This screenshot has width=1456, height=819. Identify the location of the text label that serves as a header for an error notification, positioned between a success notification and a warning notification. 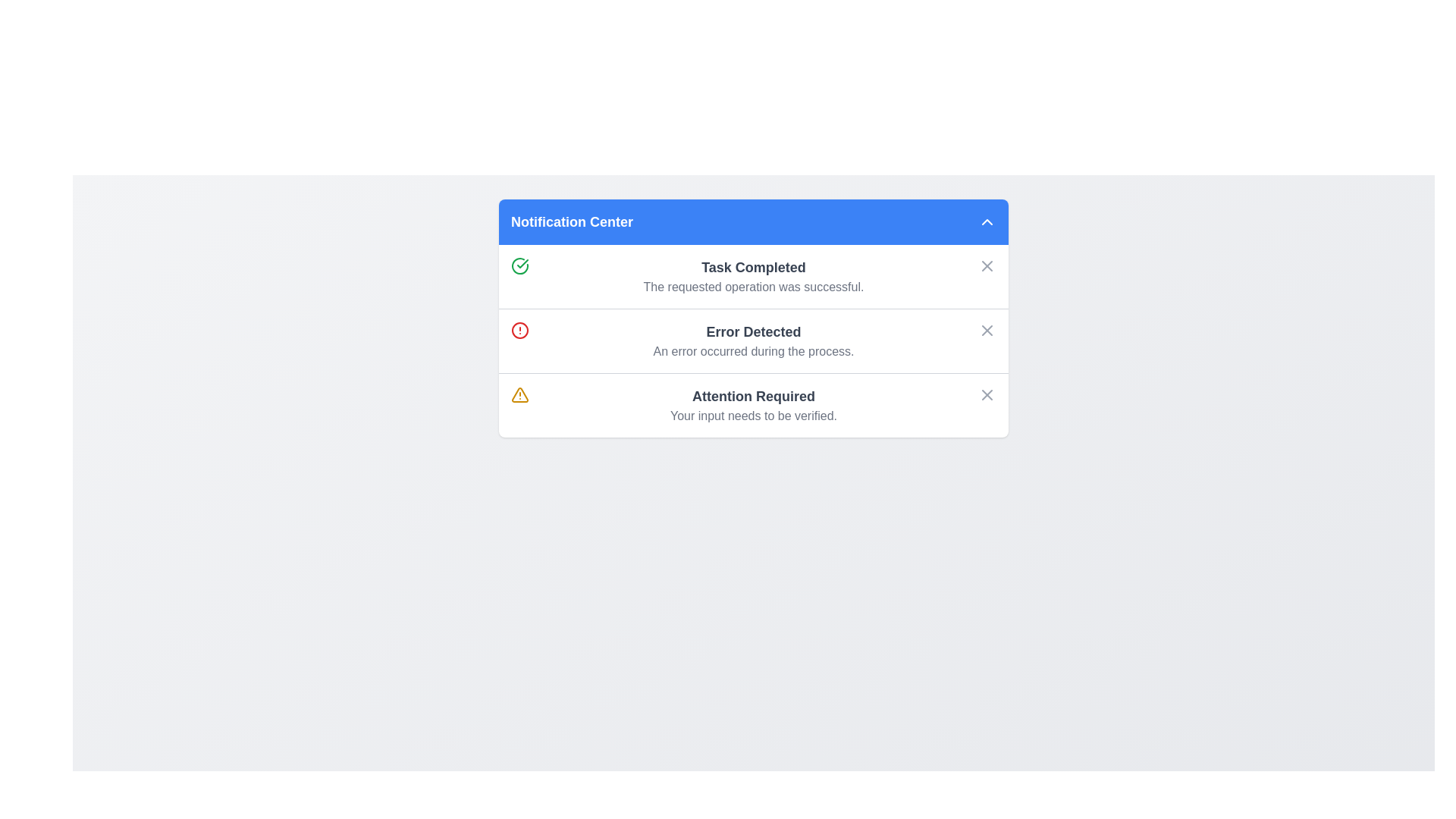
(753, 331).